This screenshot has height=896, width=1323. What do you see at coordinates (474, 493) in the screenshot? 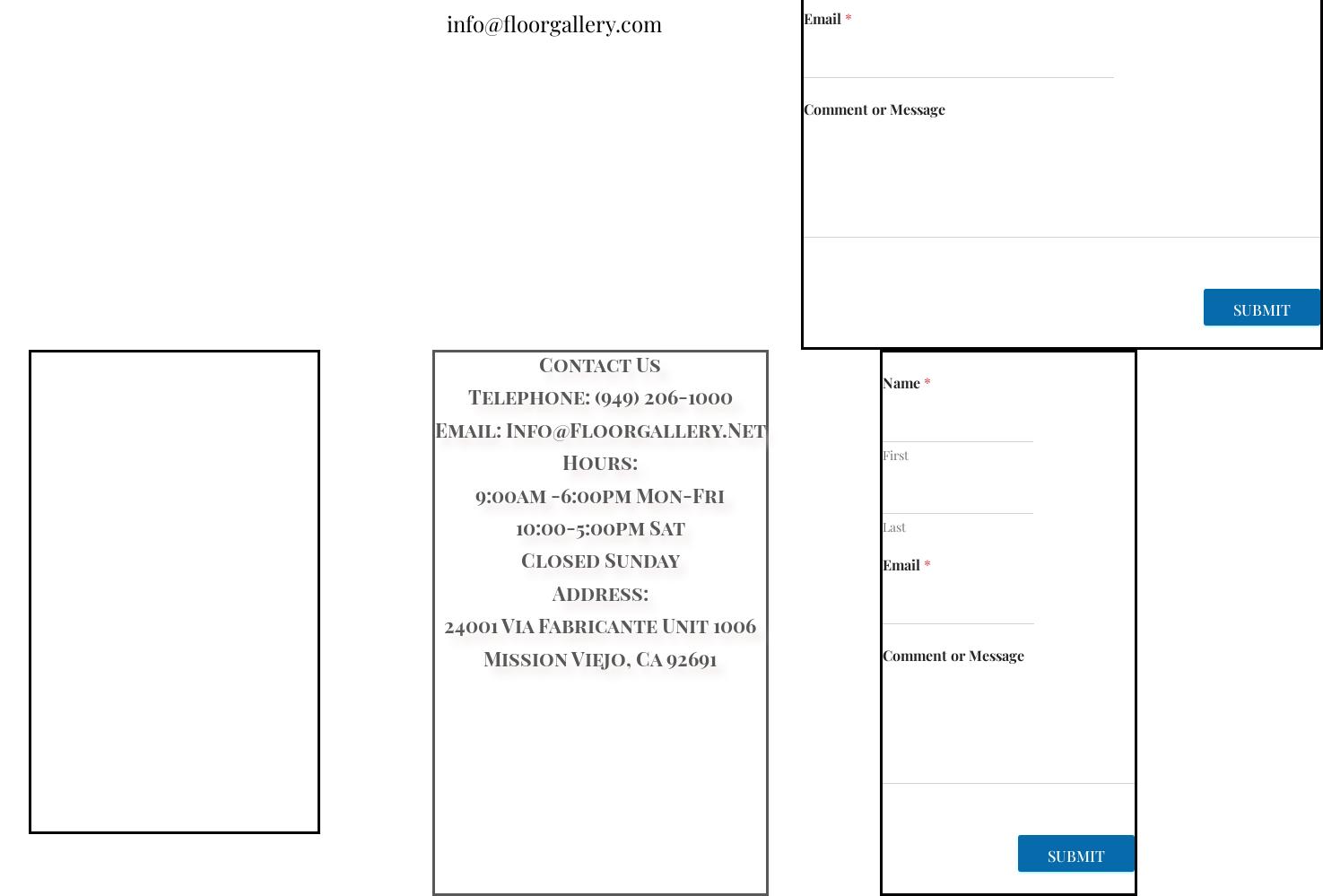
I see `'9:00am -6:00pm Mon-Fri'` at bounding box center [474, 493].